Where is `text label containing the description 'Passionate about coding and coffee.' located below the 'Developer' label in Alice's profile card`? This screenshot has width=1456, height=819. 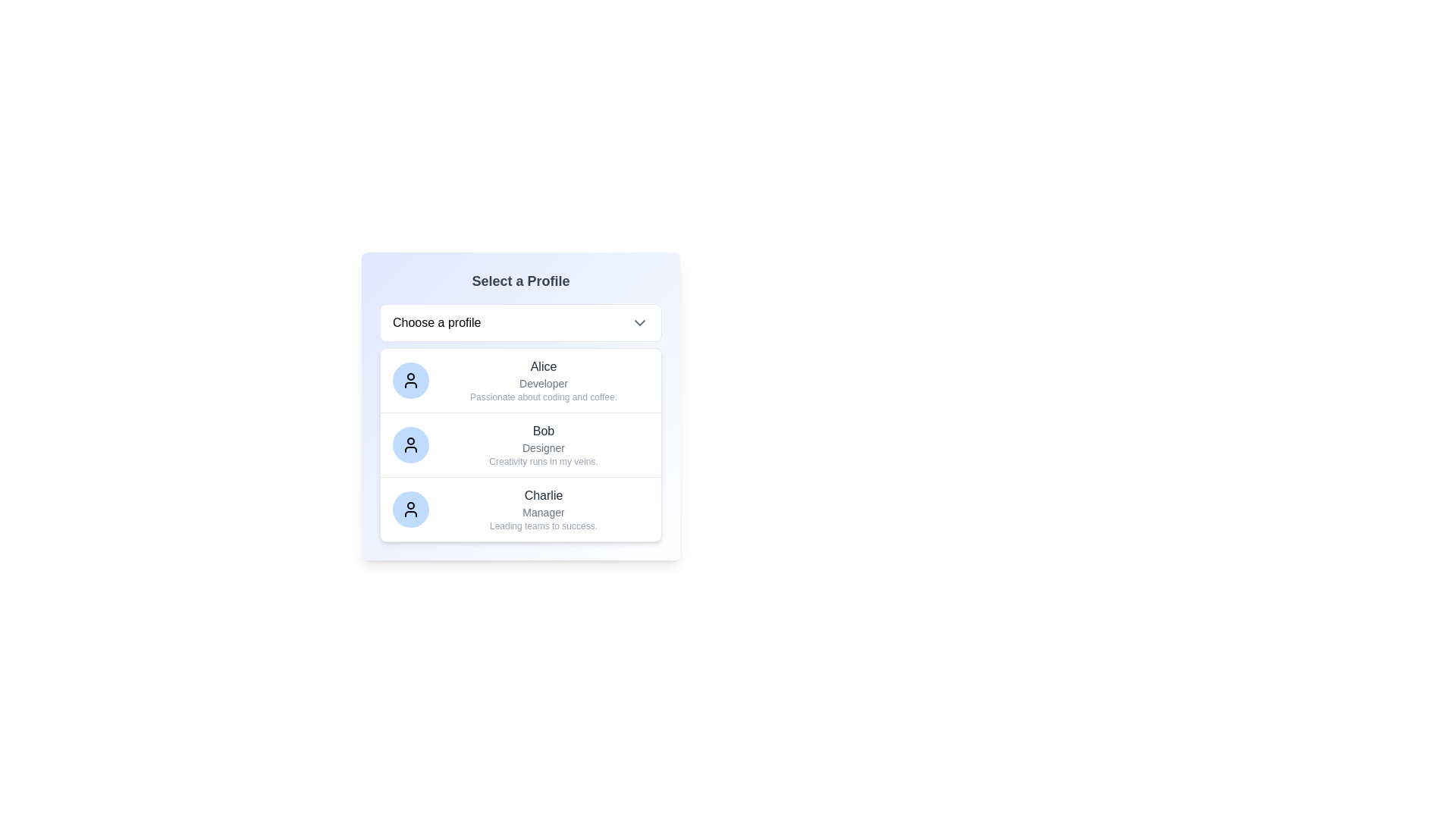 text label containing the description 'Passionate about coding and coffee.' located below the 'Developer' label in Alice's profile card is located at coordinates (543, 397).